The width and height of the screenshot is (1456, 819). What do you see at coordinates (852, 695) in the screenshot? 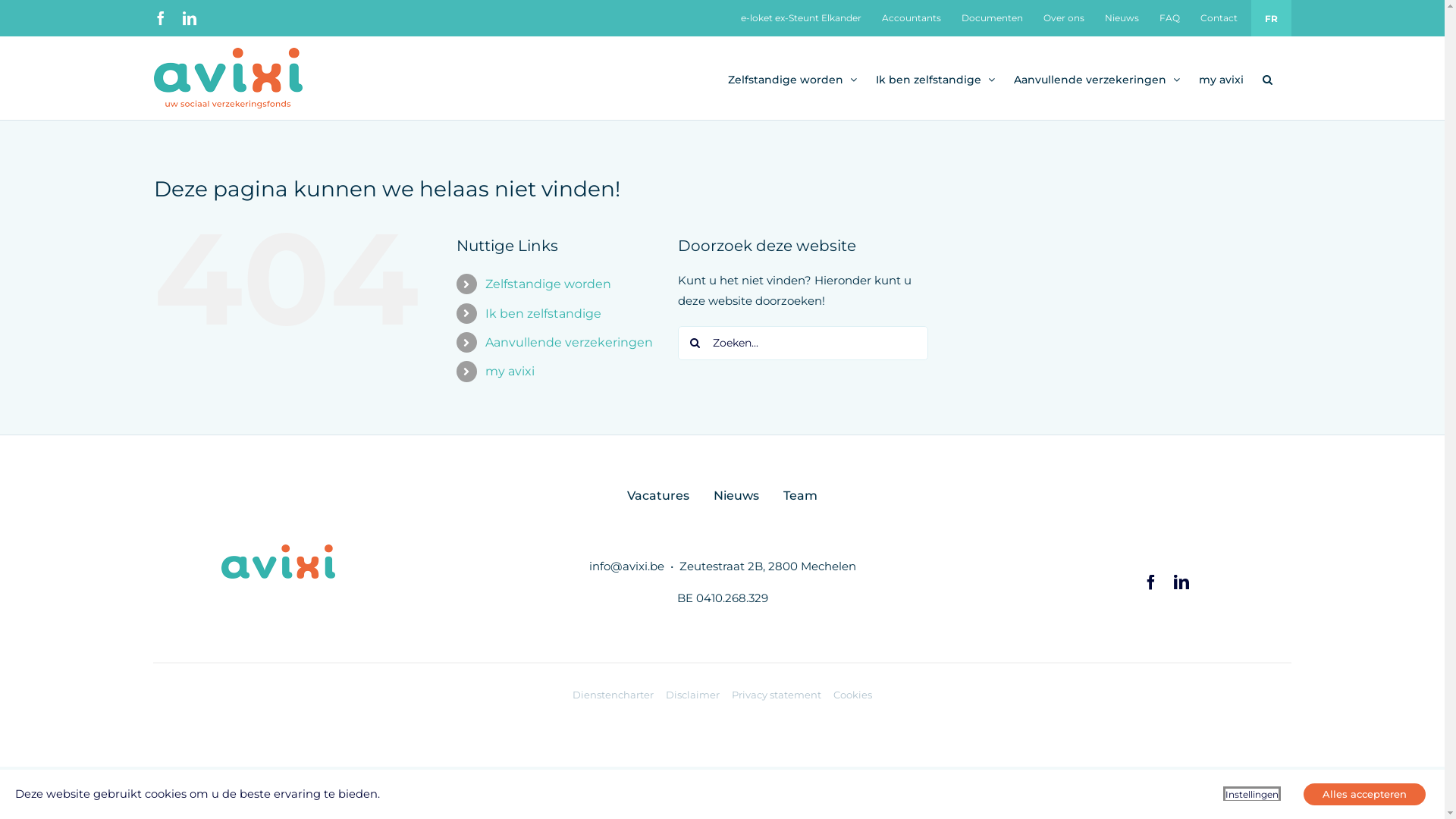
I see `'Cookies'` at bounding box center [852, 695].